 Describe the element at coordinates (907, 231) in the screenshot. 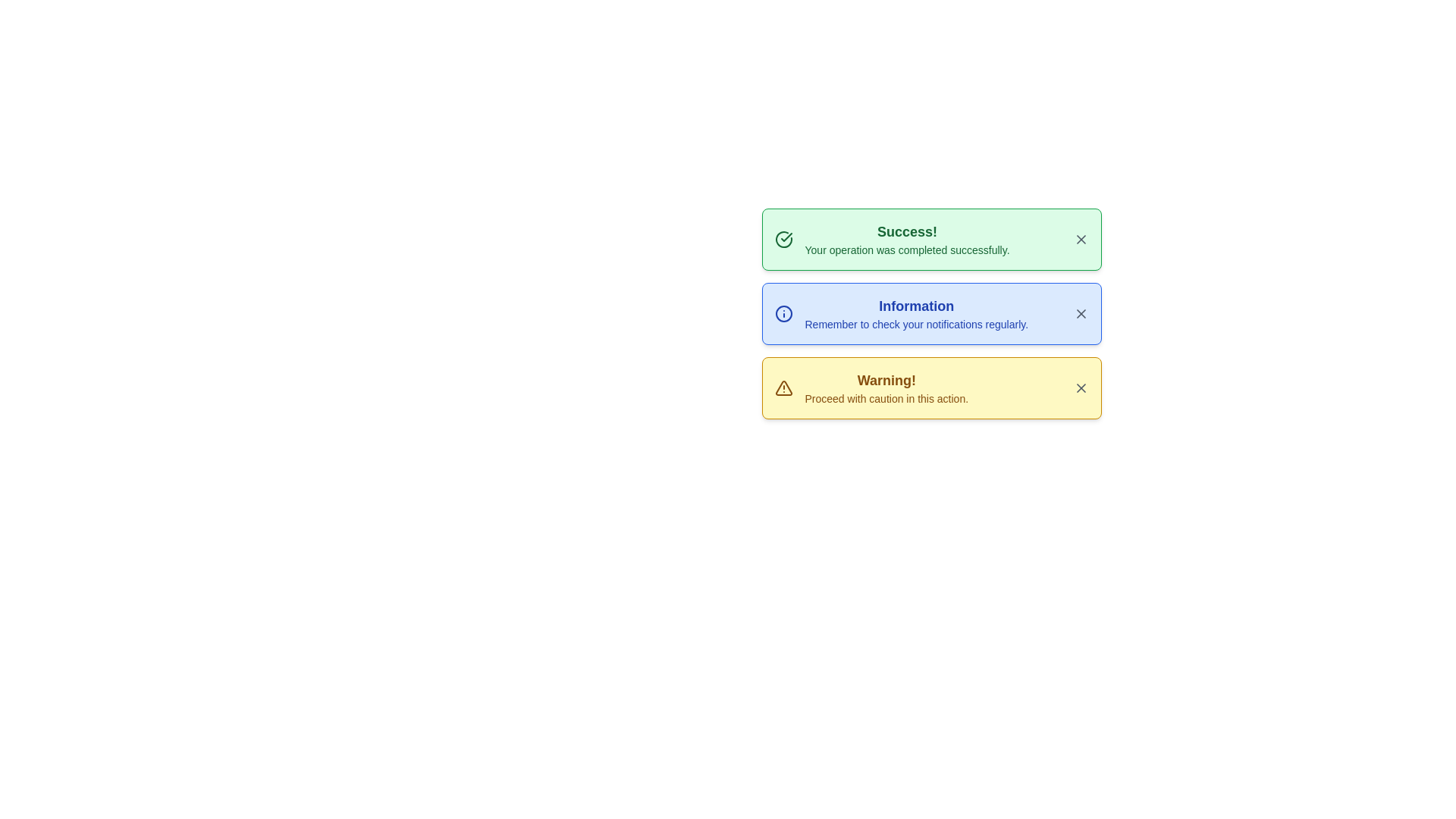

I see `the type of message based on its content` at that location.